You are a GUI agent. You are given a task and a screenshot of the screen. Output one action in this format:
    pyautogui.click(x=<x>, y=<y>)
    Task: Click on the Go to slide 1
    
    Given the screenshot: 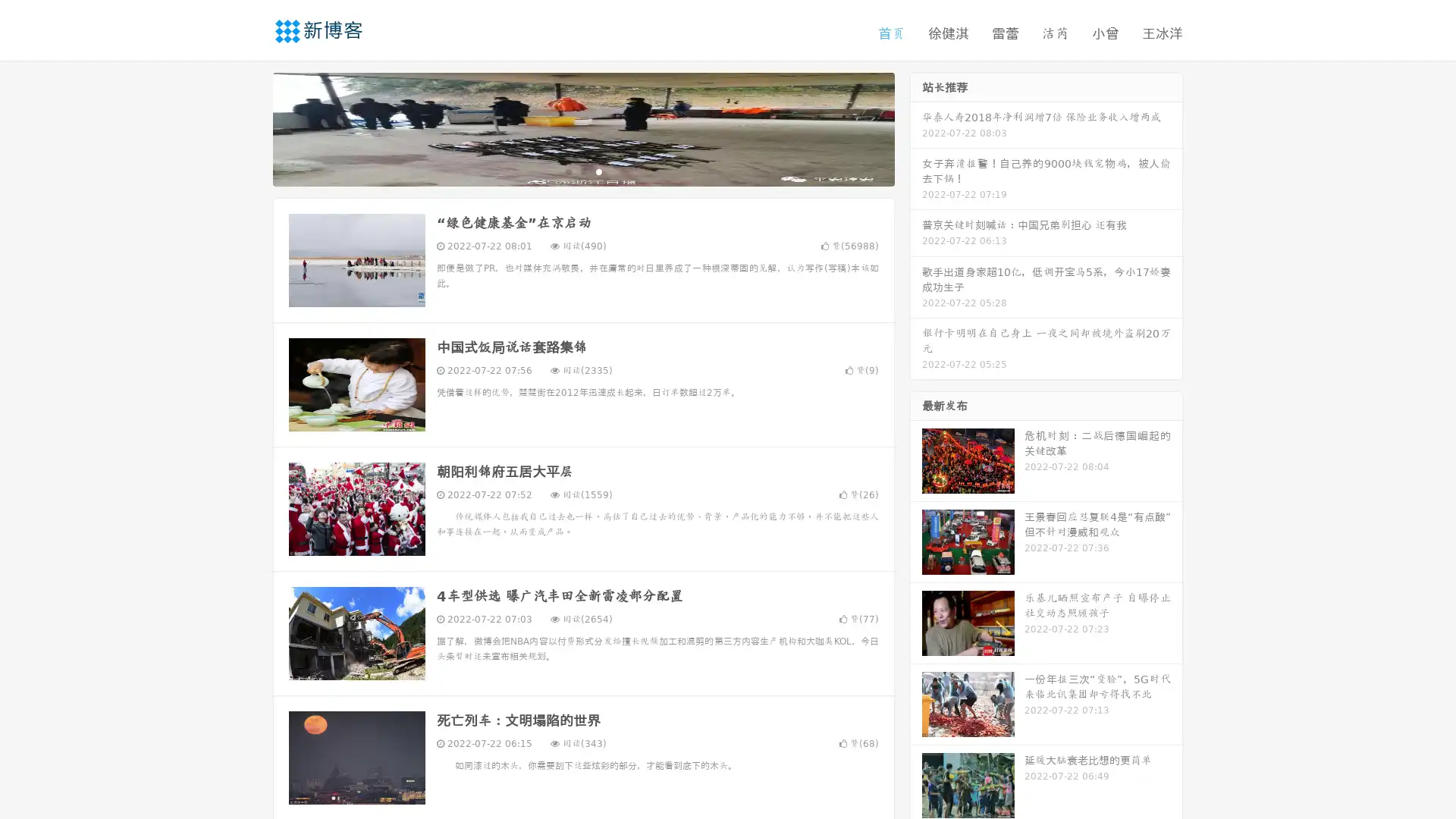 What is the action you would take?
    pyautogui.click(x=567, y=171)
    